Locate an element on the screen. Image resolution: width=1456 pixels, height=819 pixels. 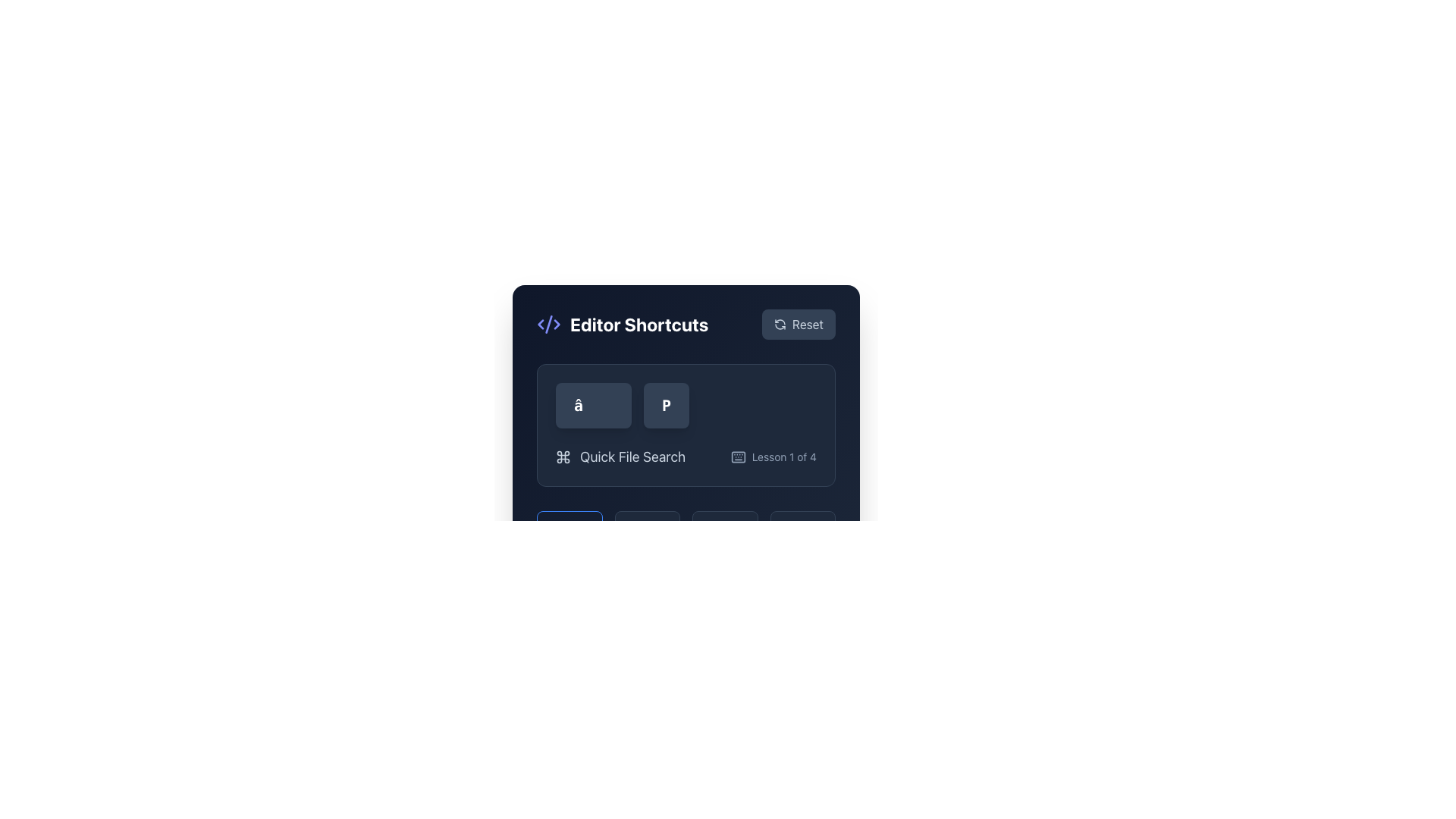
the decorative icon representing XML coding functionalities located to the far left of the 'Editor Shortcuts' header is located at coordinates (548, 324).